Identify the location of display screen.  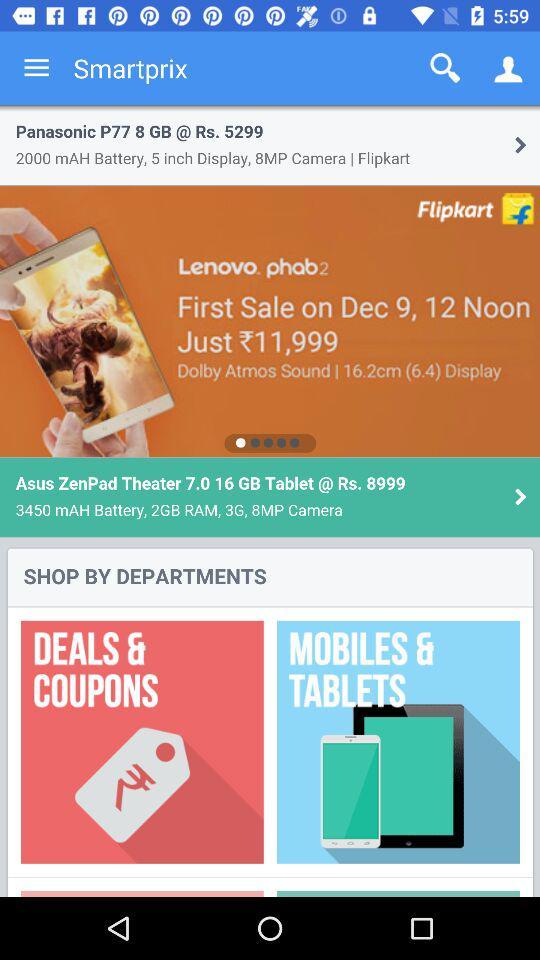
(270, 500).